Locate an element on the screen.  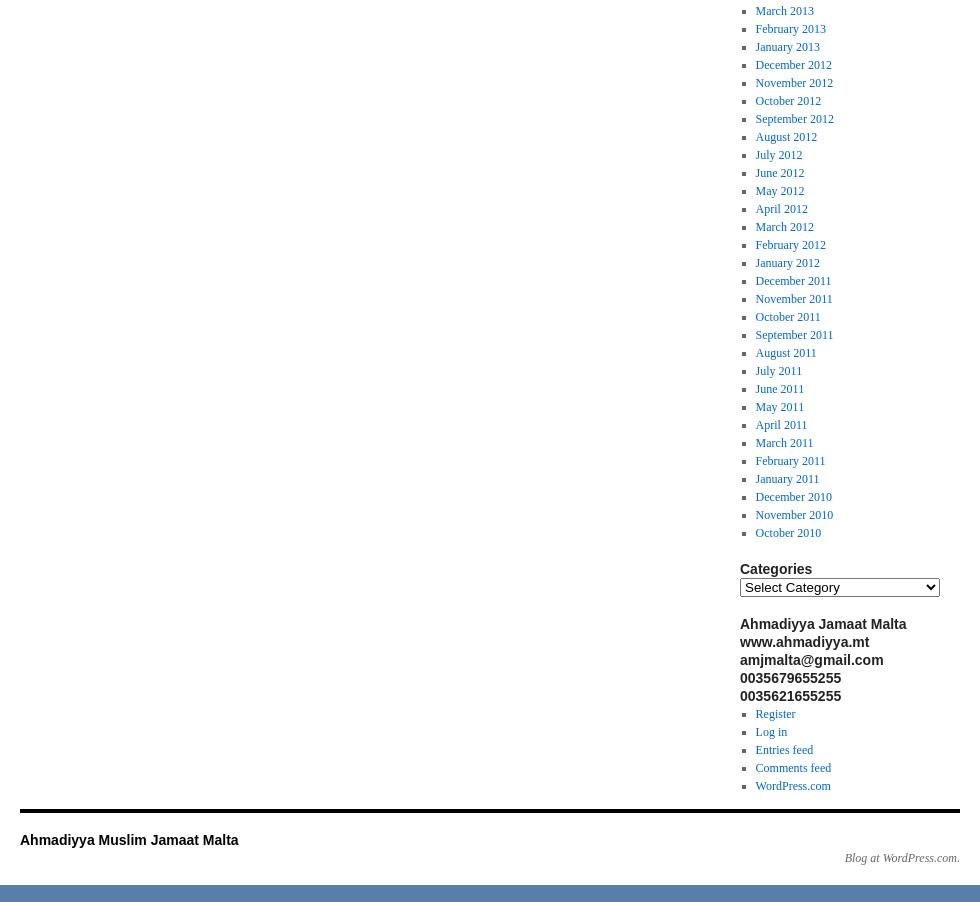
'April 2011' is located at coordinates (754, 424).